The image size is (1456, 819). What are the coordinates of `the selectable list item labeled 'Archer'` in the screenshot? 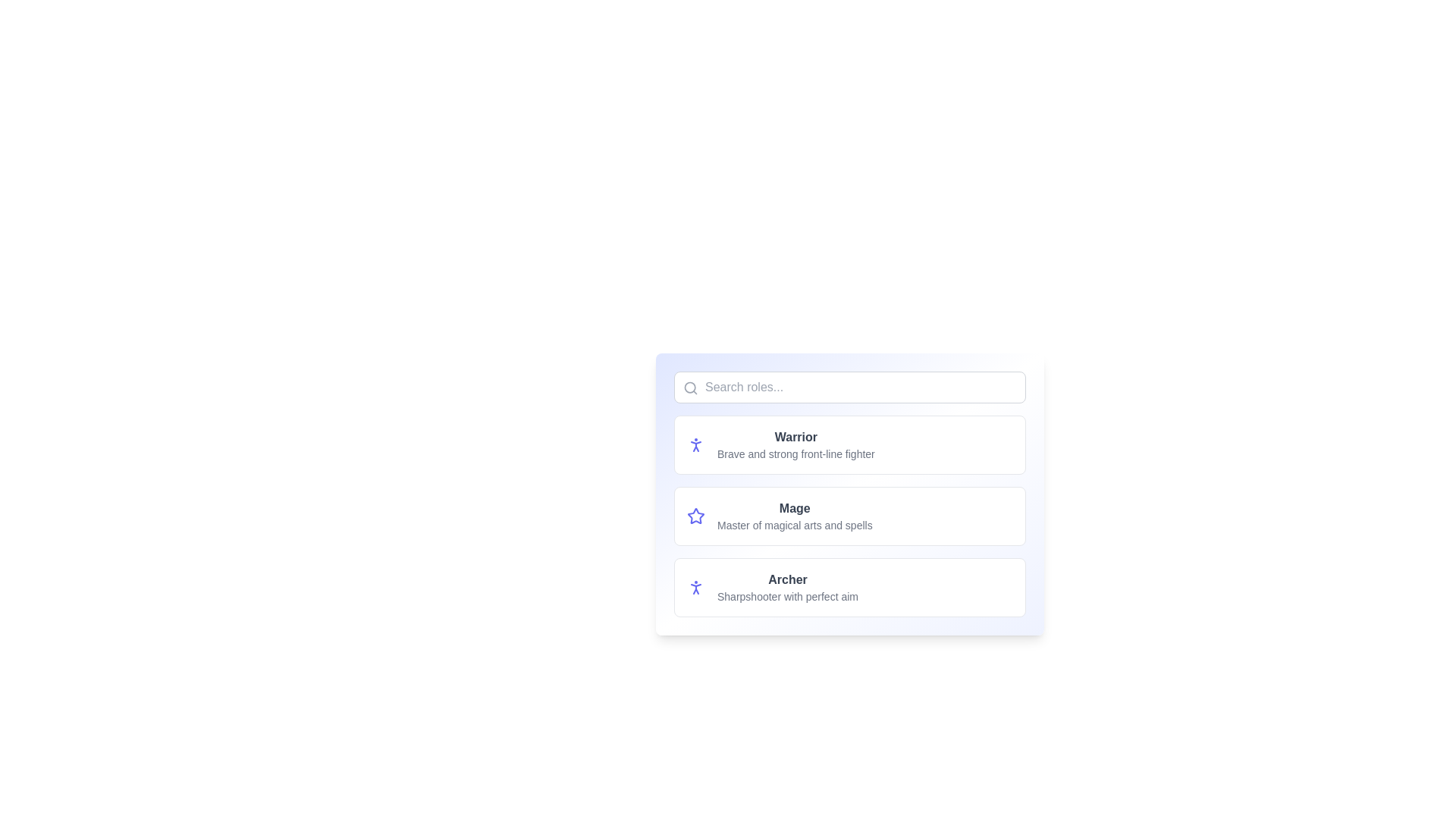 It's located at (850, 587).